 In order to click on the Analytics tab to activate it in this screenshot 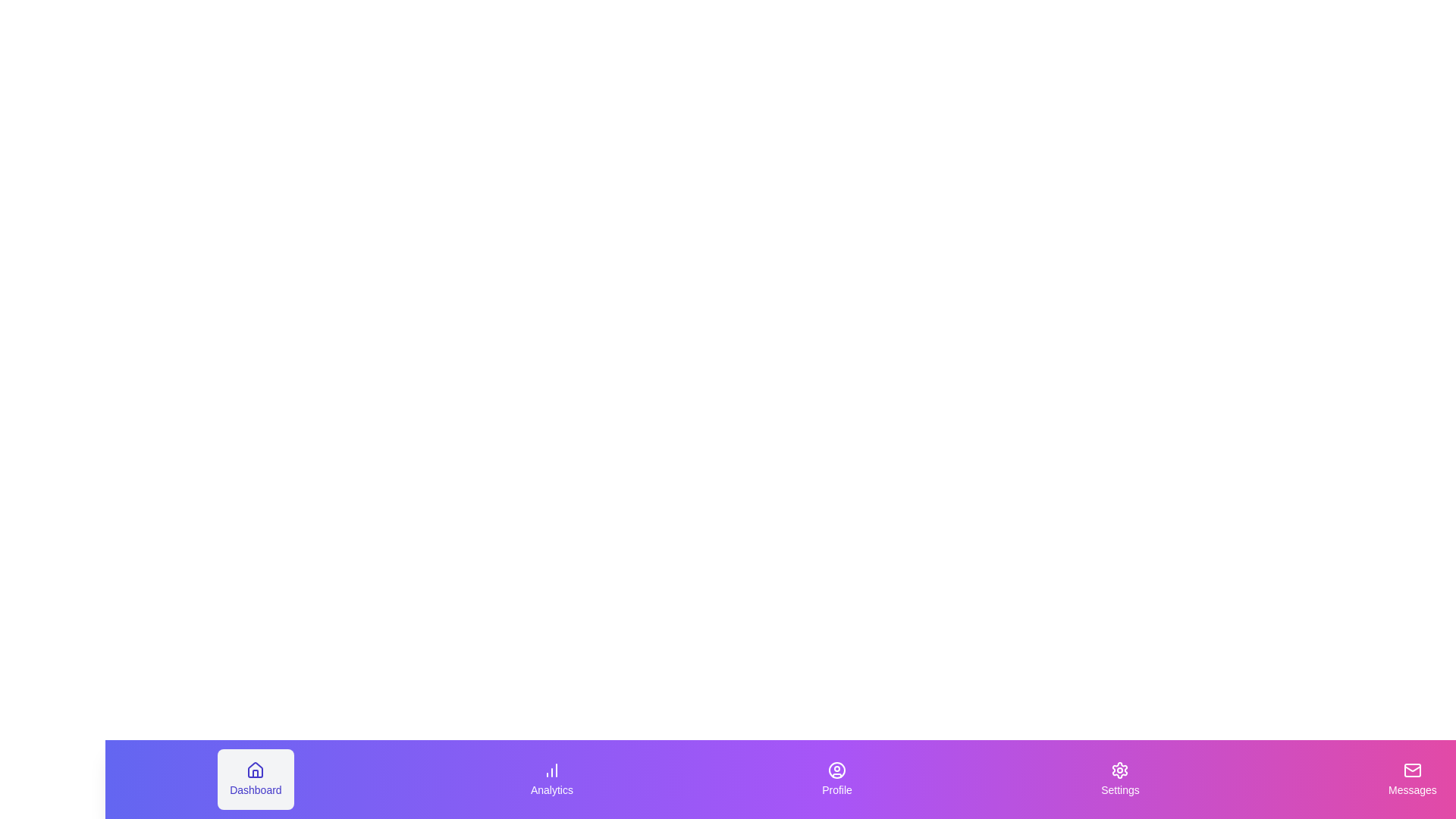, I will do `click(551, 780)`.